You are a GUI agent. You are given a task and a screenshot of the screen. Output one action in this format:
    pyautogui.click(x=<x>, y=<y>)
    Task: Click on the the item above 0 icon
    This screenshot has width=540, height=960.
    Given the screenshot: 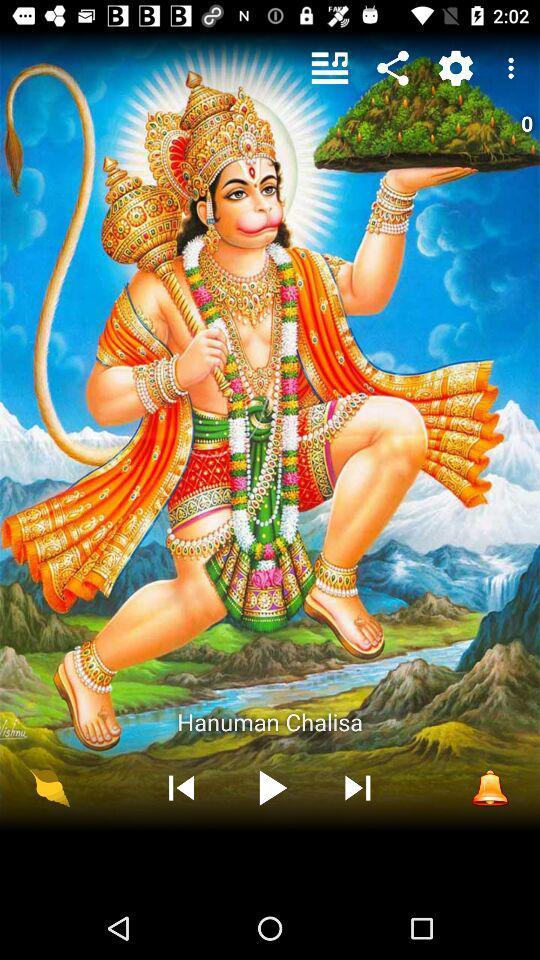 What is the action you would take?
    pyautogui.click(x=513, y=68)
    